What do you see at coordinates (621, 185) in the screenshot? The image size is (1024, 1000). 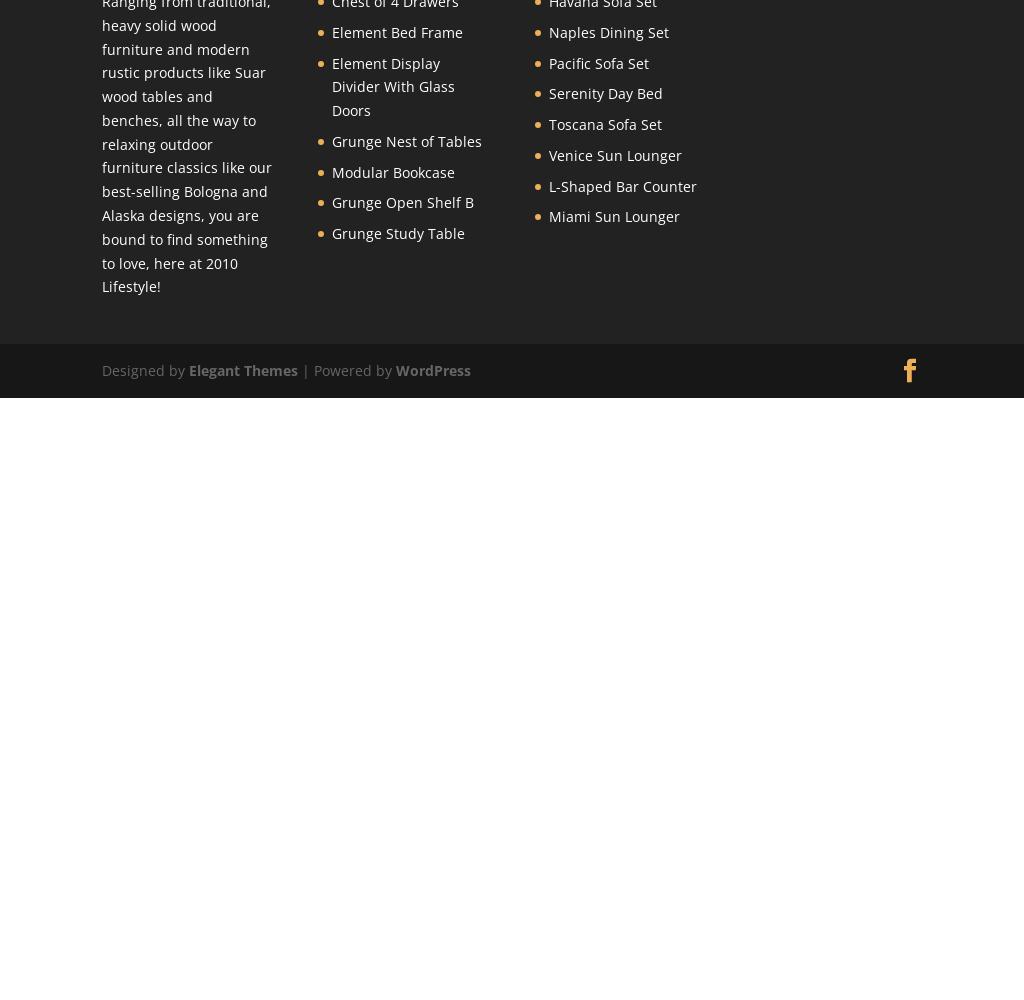 I see `'L-Shaped Bar Counter'` at bounding box center [621, 185].